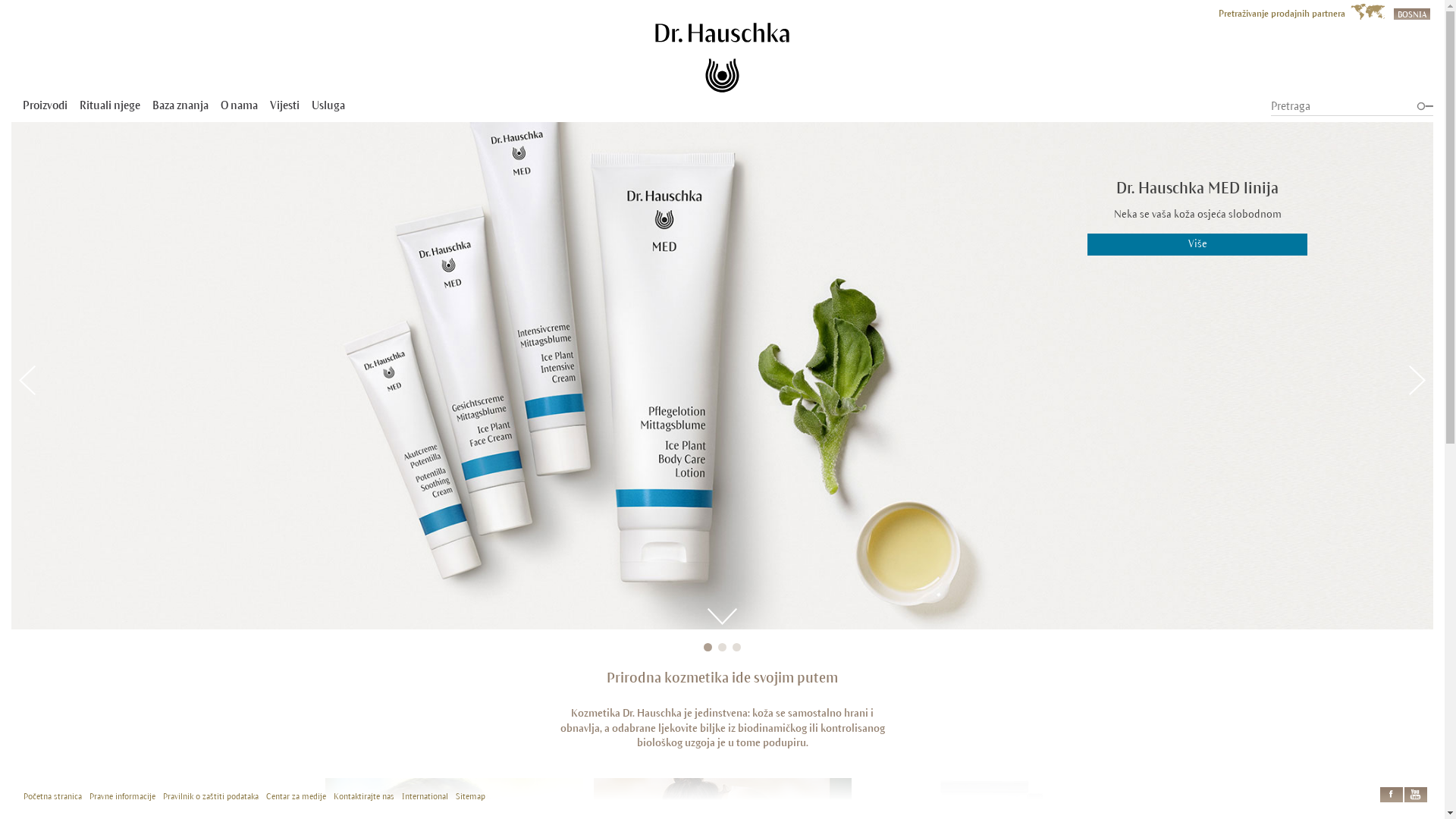  I want to click on 'Pravne informacije', so click(122, 795).